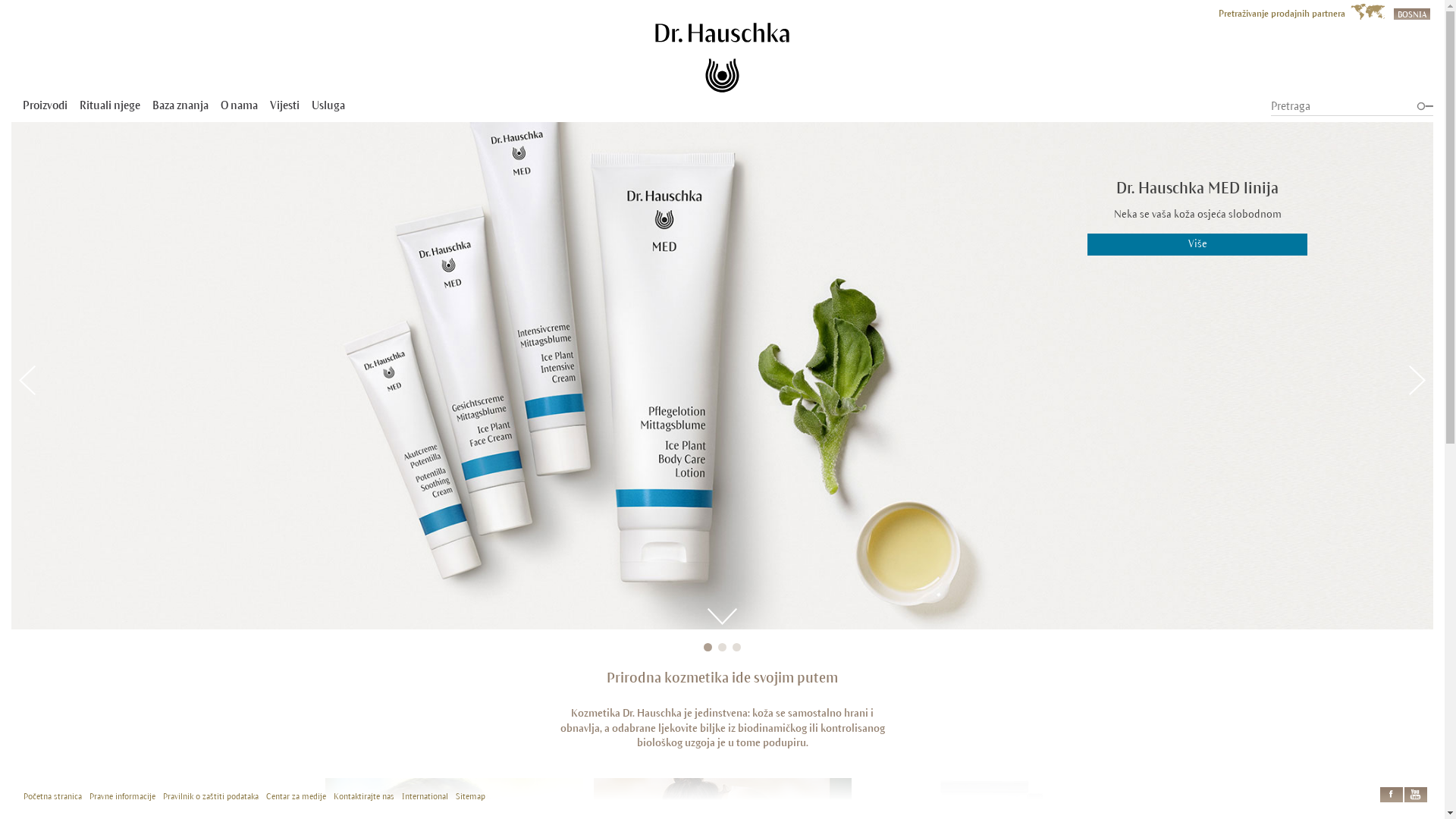  I want to click on 'Pravne informacije', so click(122, 795).